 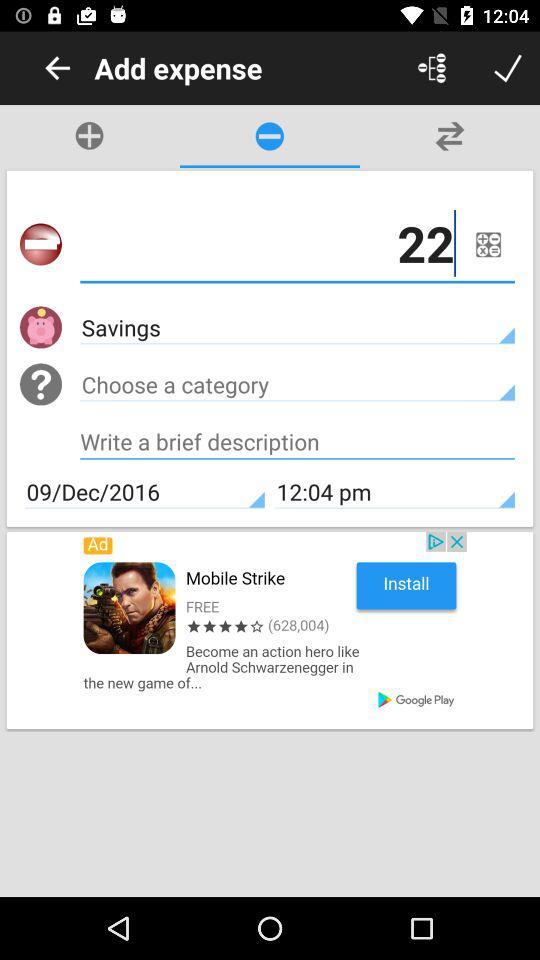 I want to click on date, so click(x=487, y=243).